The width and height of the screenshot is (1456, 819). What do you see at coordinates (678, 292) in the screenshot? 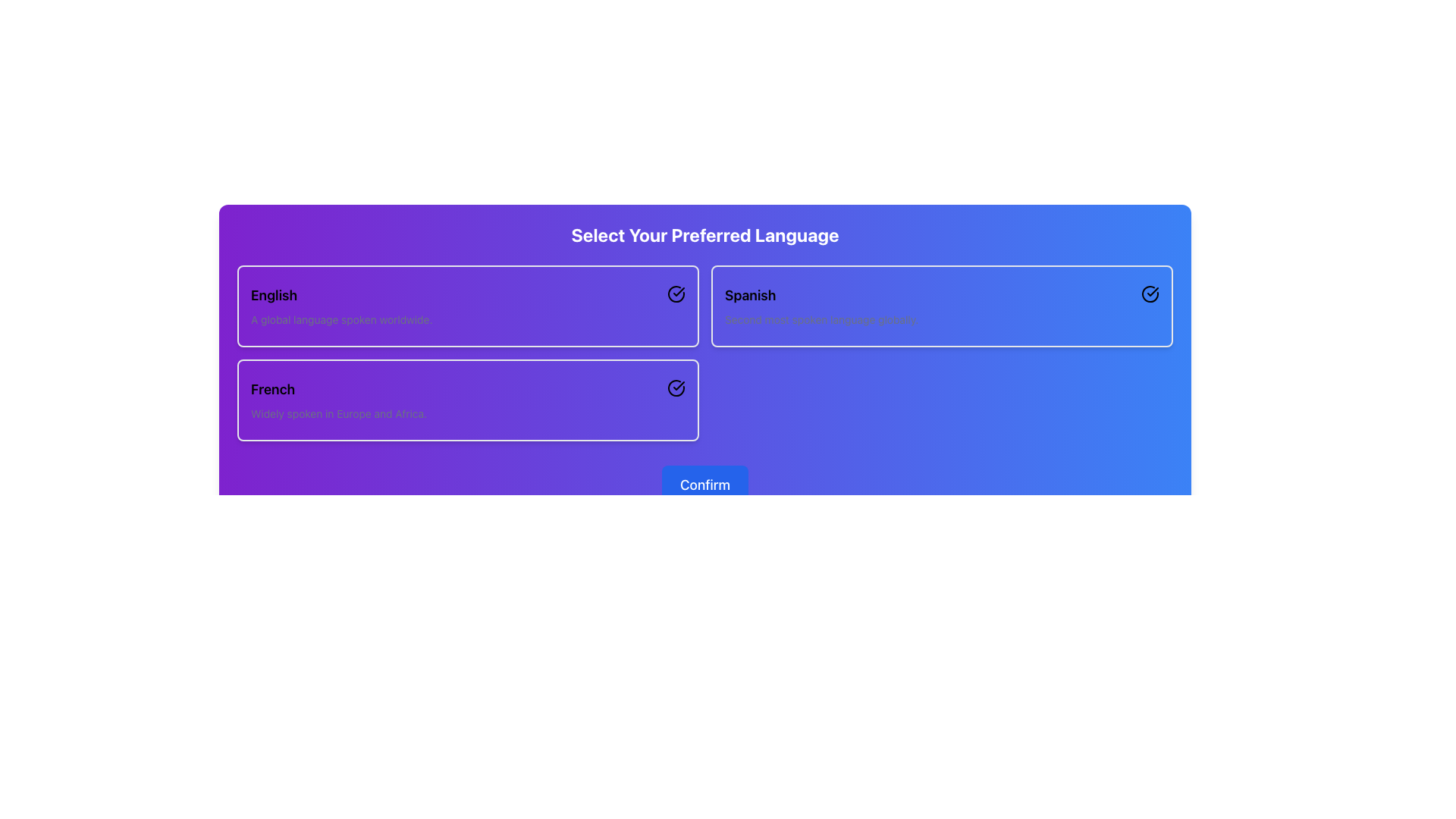
I see `the checkmark icon associated with the 'Spanish' language option` at bounding box center [678, 292].